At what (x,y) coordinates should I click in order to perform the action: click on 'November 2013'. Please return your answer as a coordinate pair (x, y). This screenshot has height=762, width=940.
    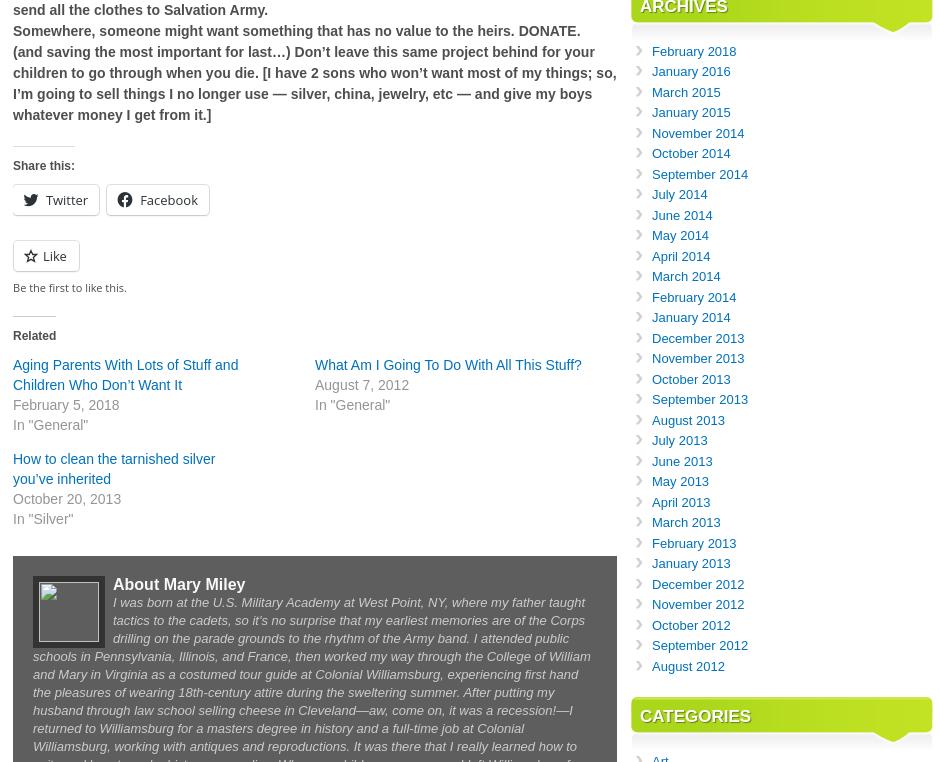
    Looking at the image, I should click on (697, 358).